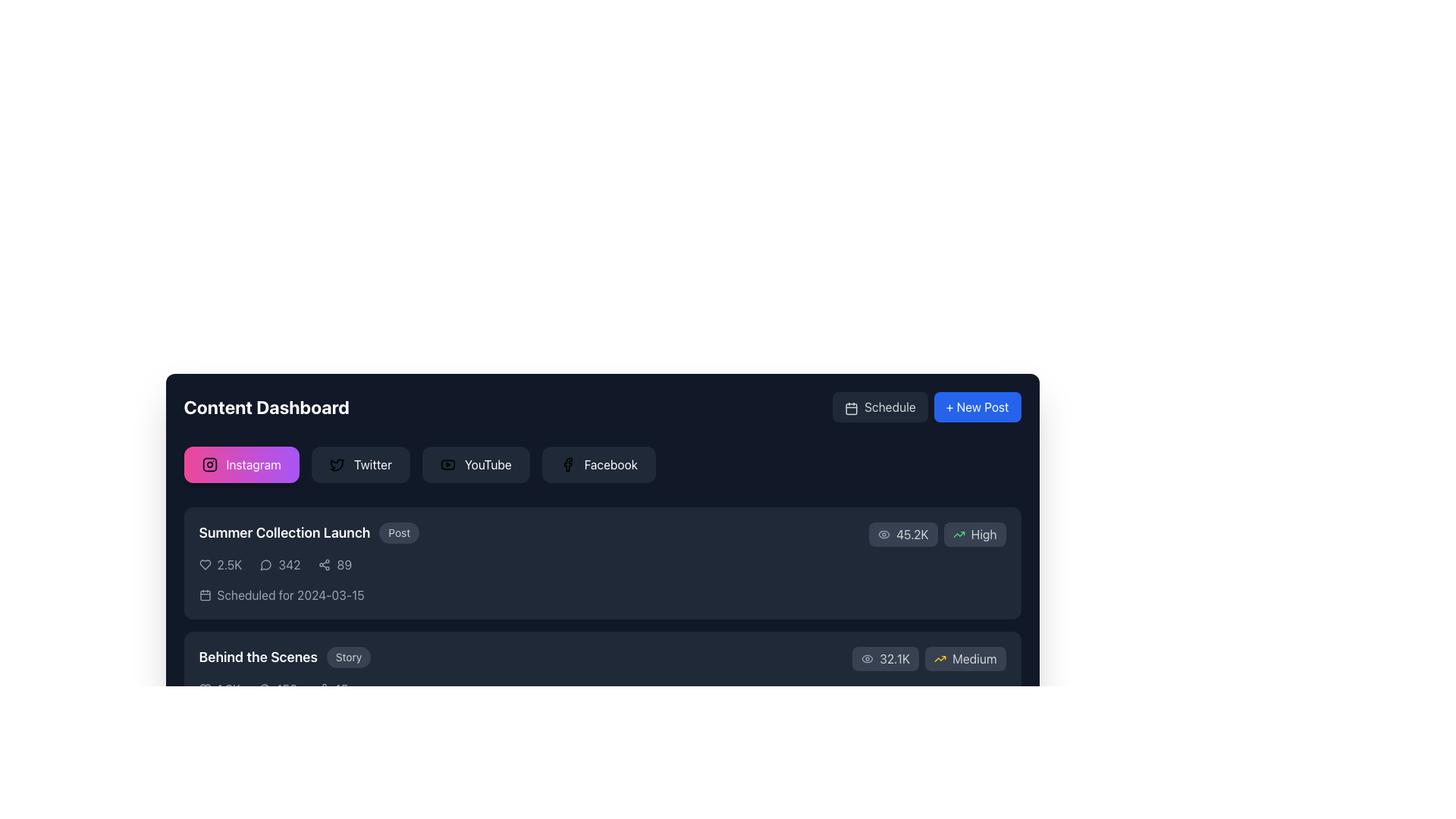 The height and width of the screenshot is (819, 1456). I want to click on the Twitter icon/button located on the top bar of the interface, which is the second icon from the left, so click(336, 464).